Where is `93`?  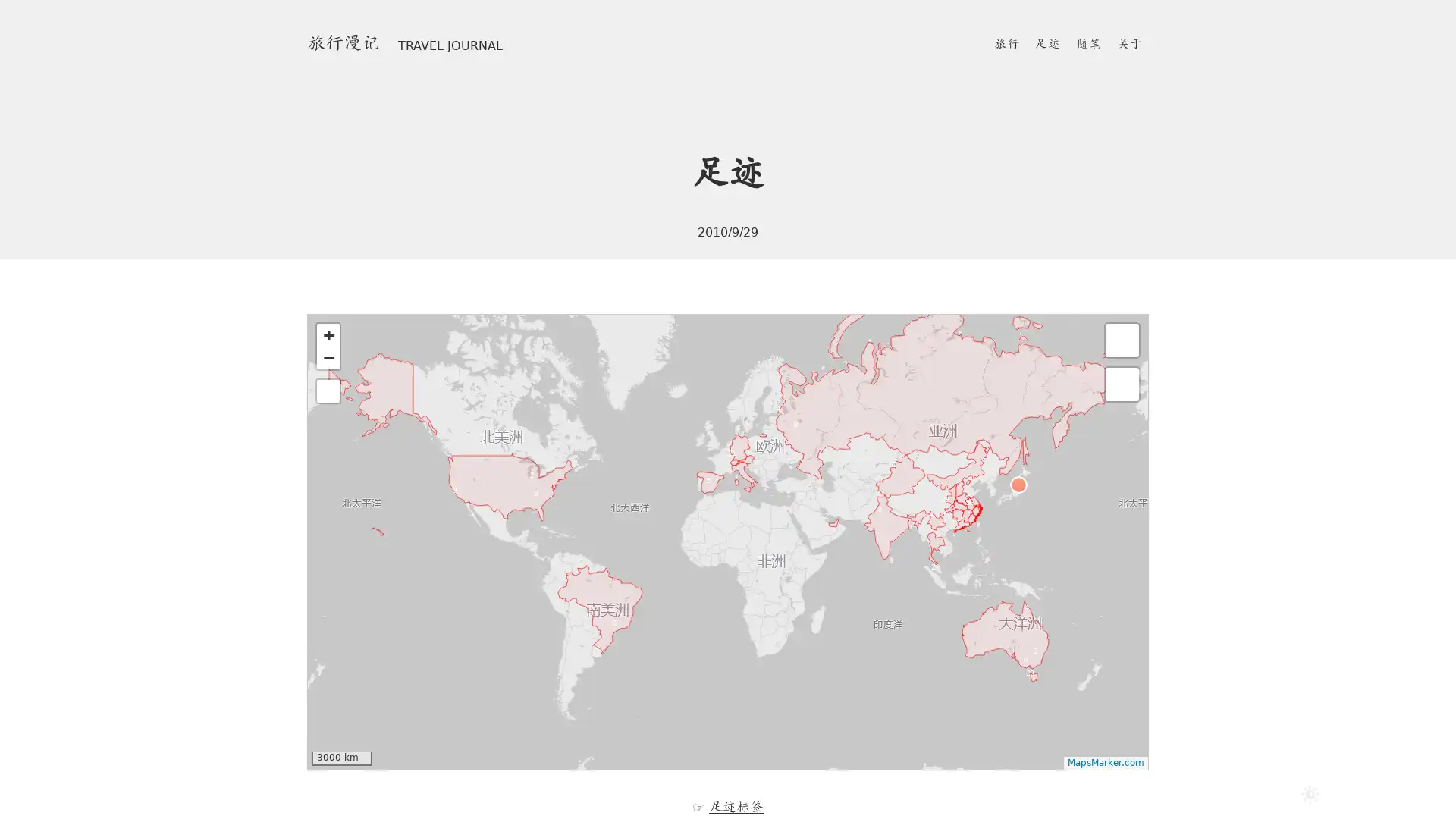
93 is located at coordinates (975, 507).